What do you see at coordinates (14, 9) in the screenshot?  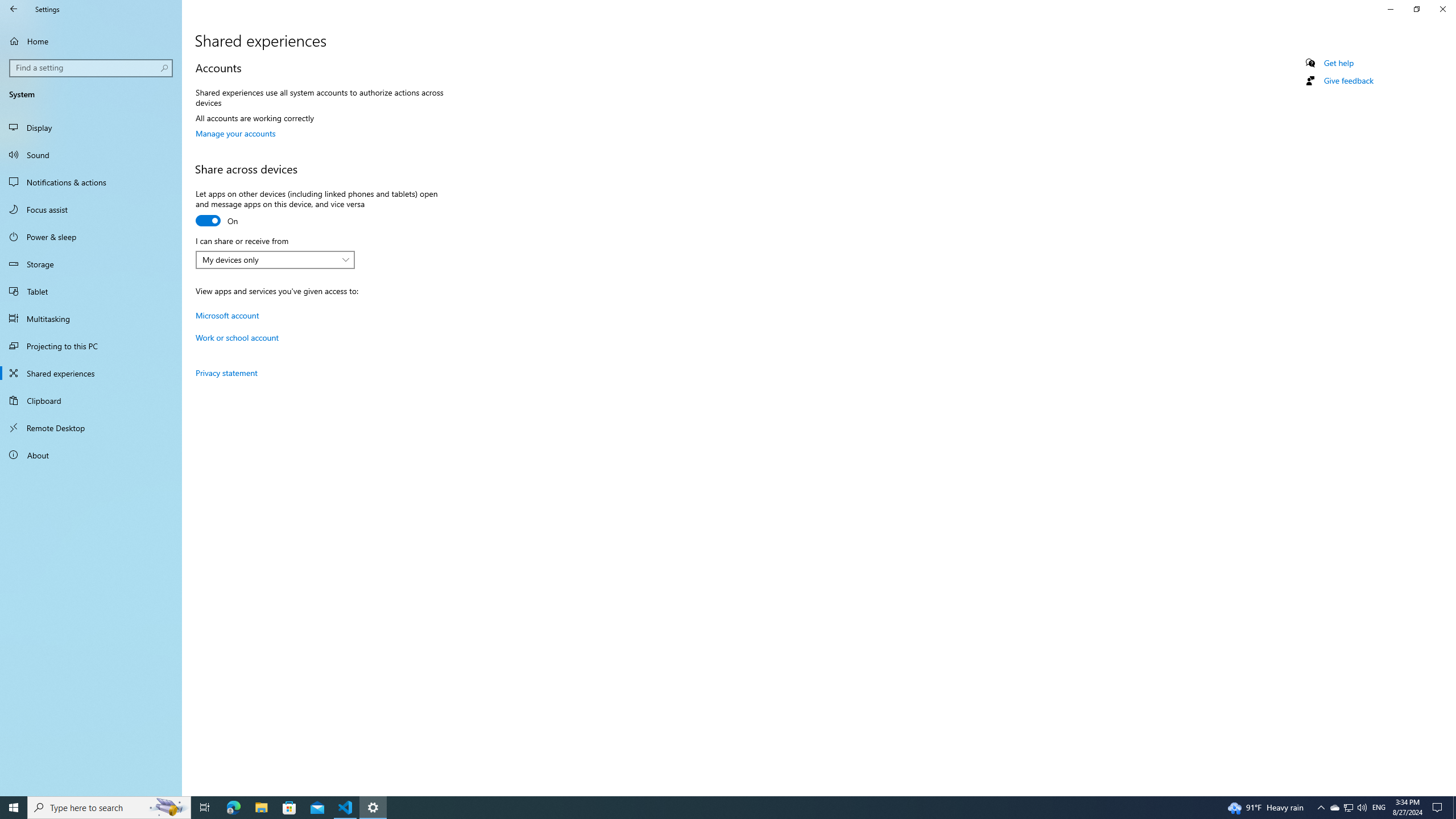 I see `'Back'` at bounding box center [14, 9].